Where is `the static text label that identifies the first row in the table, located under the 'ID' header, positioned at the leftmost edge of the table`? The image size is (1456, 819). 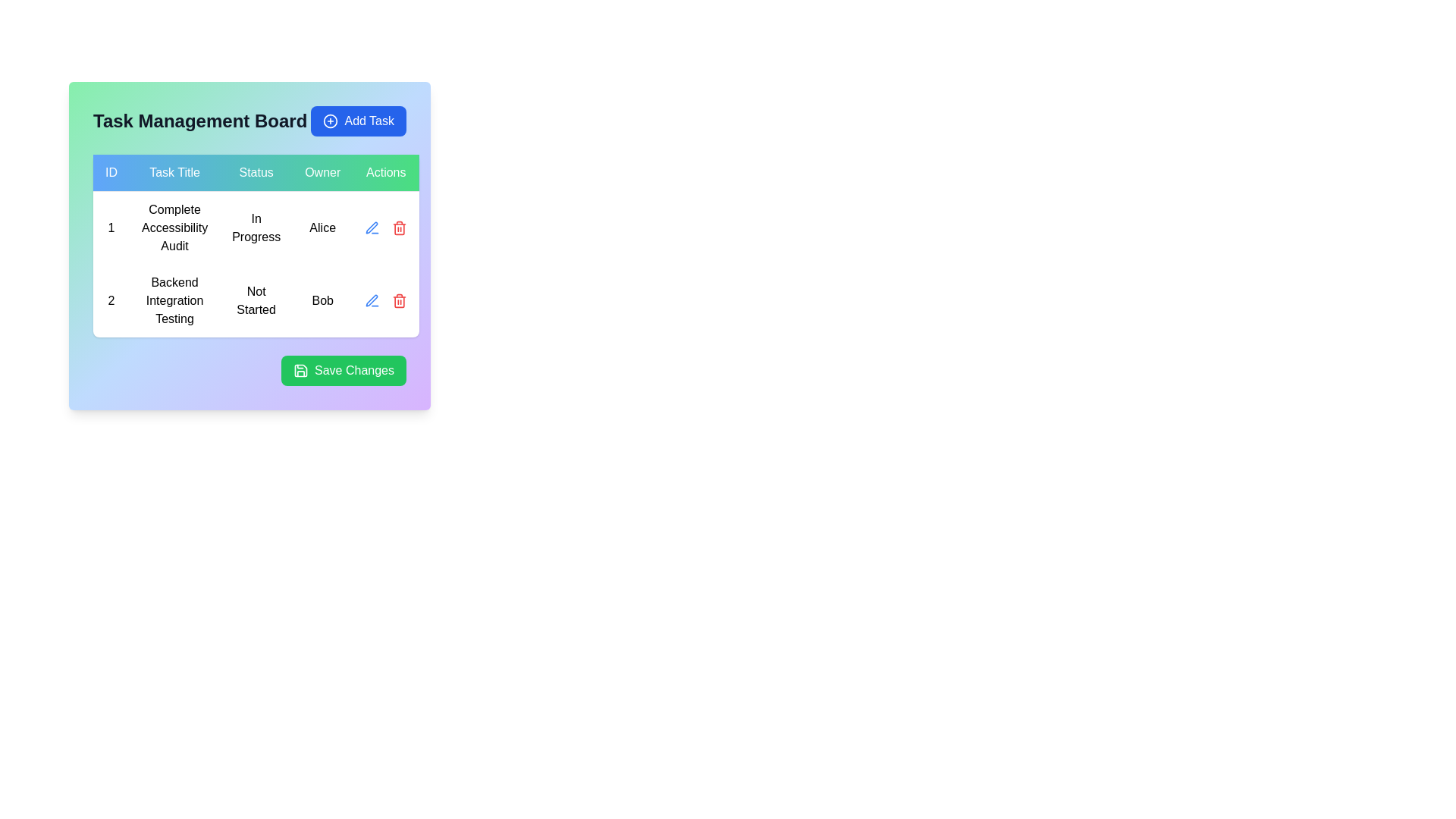
the static text label that identifies the first row in the table, located under the 'ID' header, positioned at the leftmost edge of the table is located at coordinates (111, 227).